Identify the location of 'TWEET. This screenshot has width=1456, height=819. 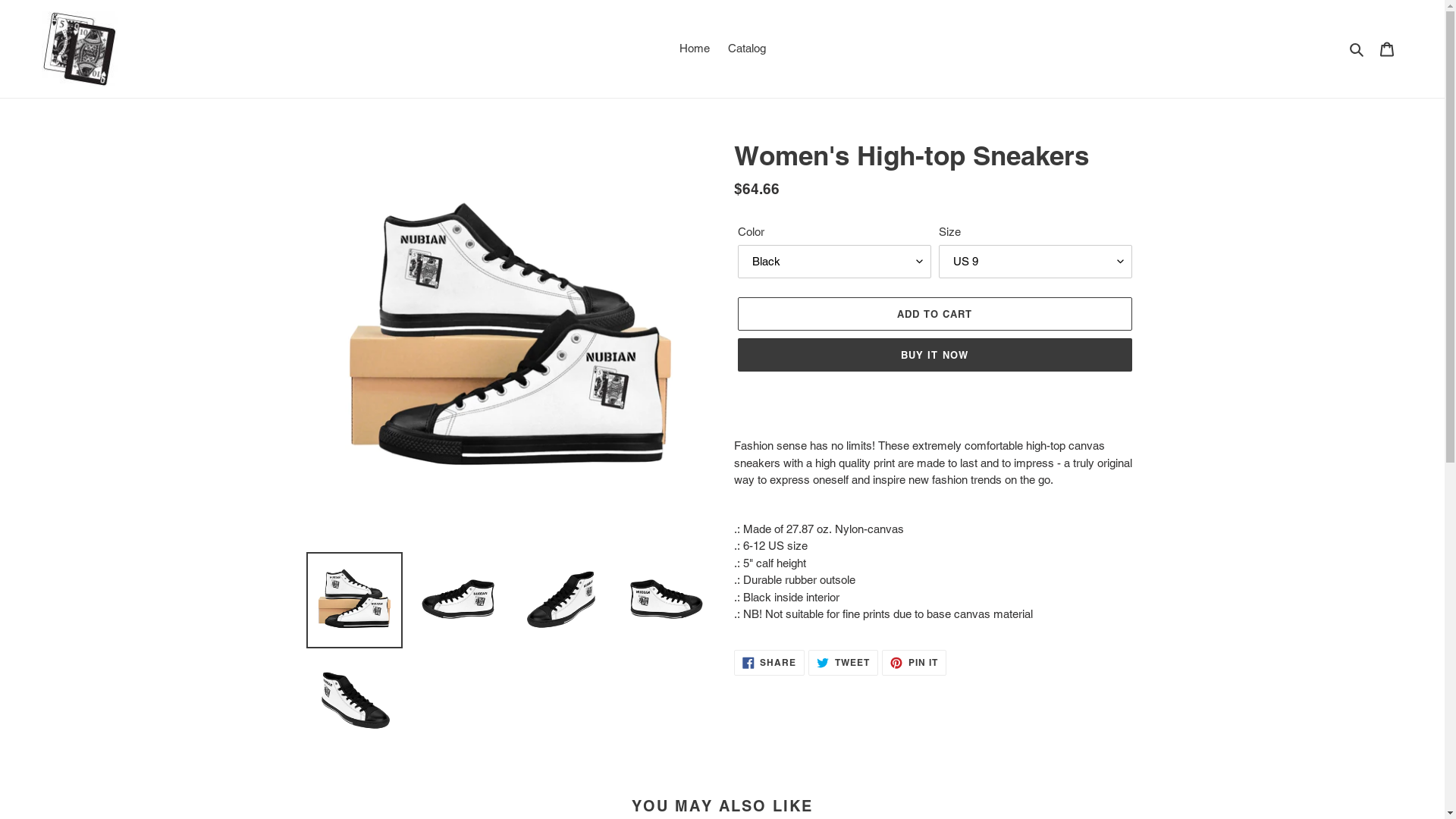
(843, 662).